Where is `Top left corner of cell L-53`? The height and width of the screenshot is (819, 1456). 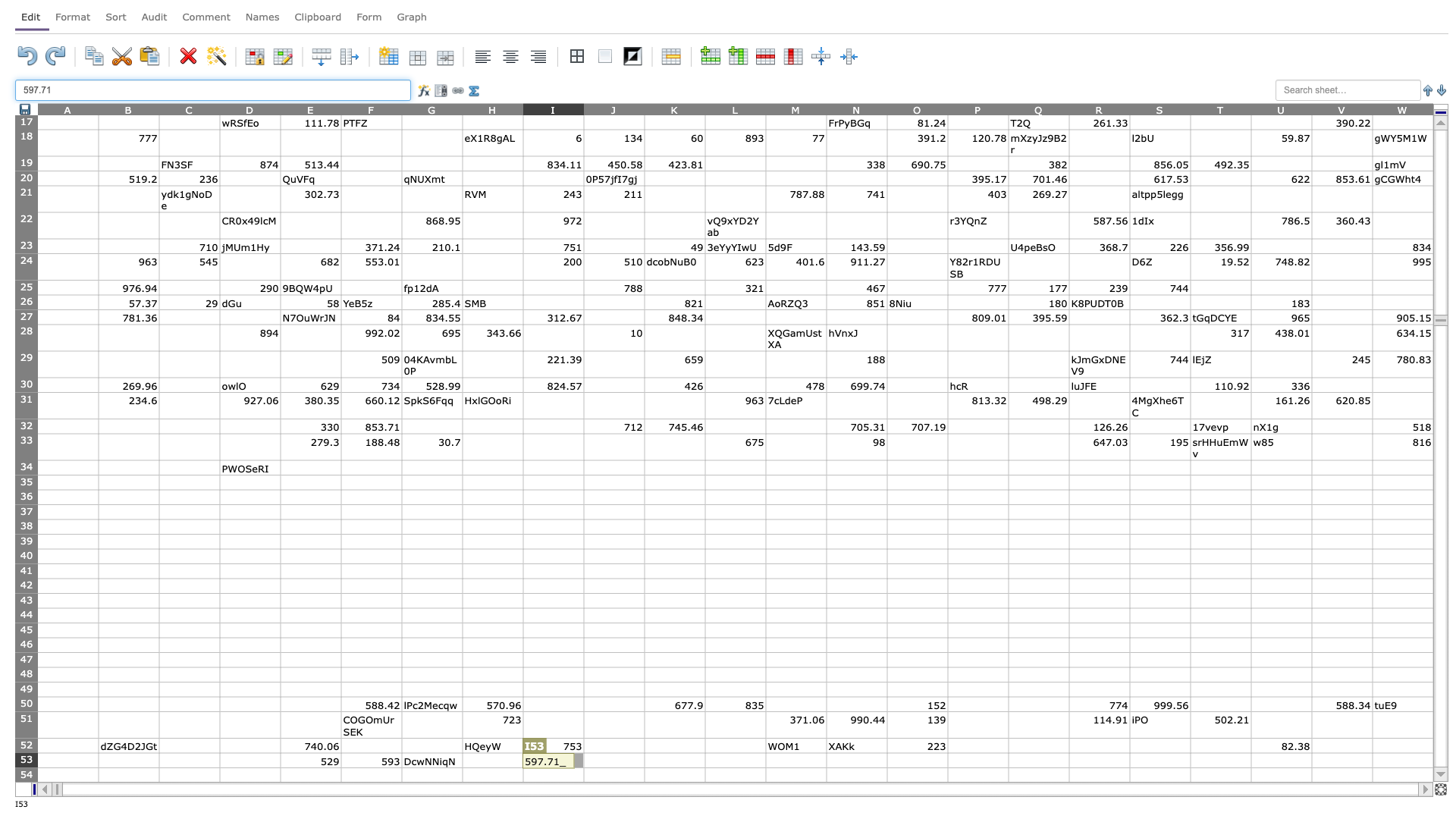 Top left corner of cell L-53 is located at coordinates (704, 752).